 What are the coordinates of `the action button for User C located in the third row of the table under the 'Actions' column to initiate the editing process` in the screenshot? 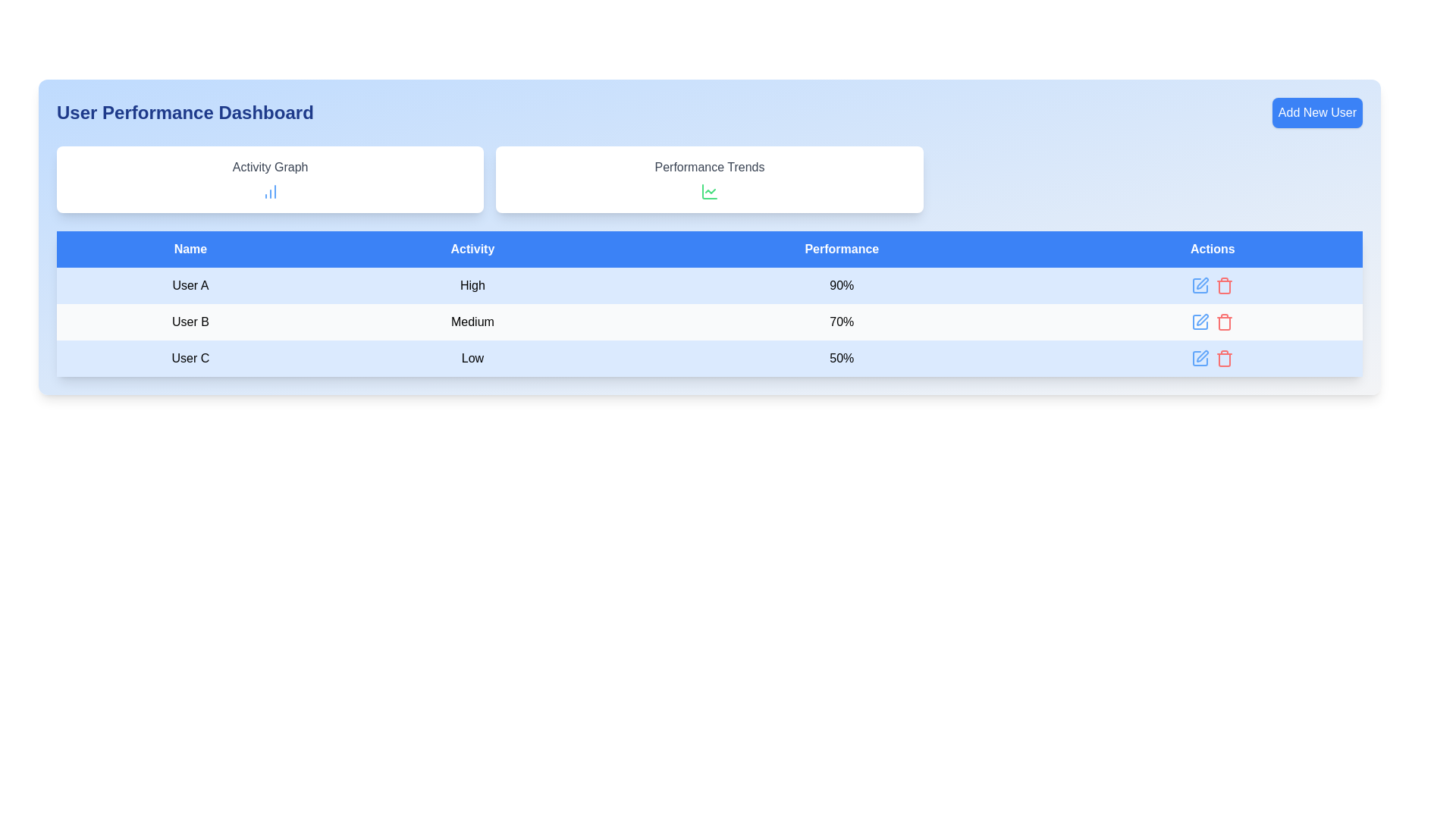 It's located at (1200, 359).